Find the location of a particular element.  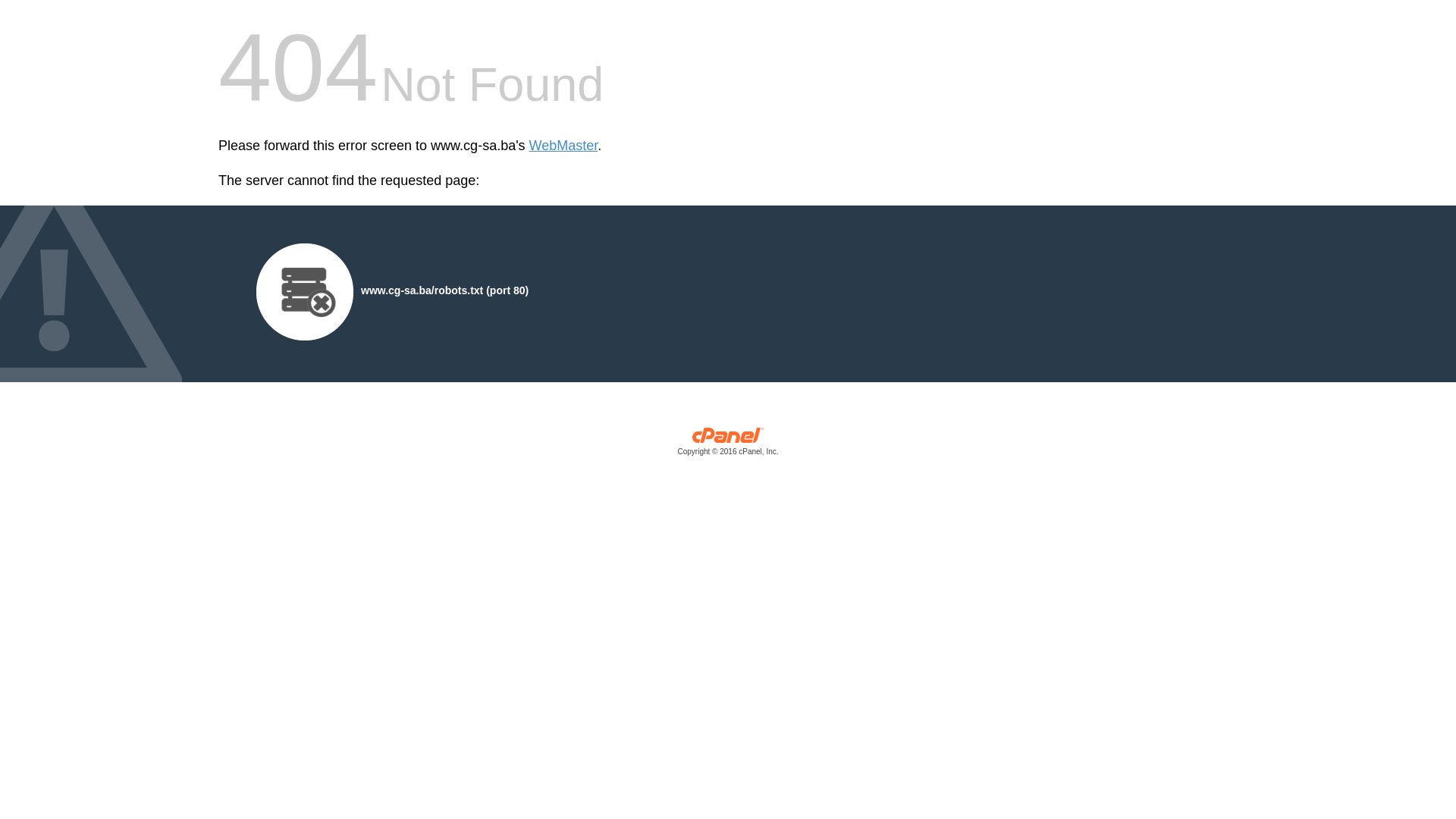

'WebMaster' is located at coordinates (563, 146).